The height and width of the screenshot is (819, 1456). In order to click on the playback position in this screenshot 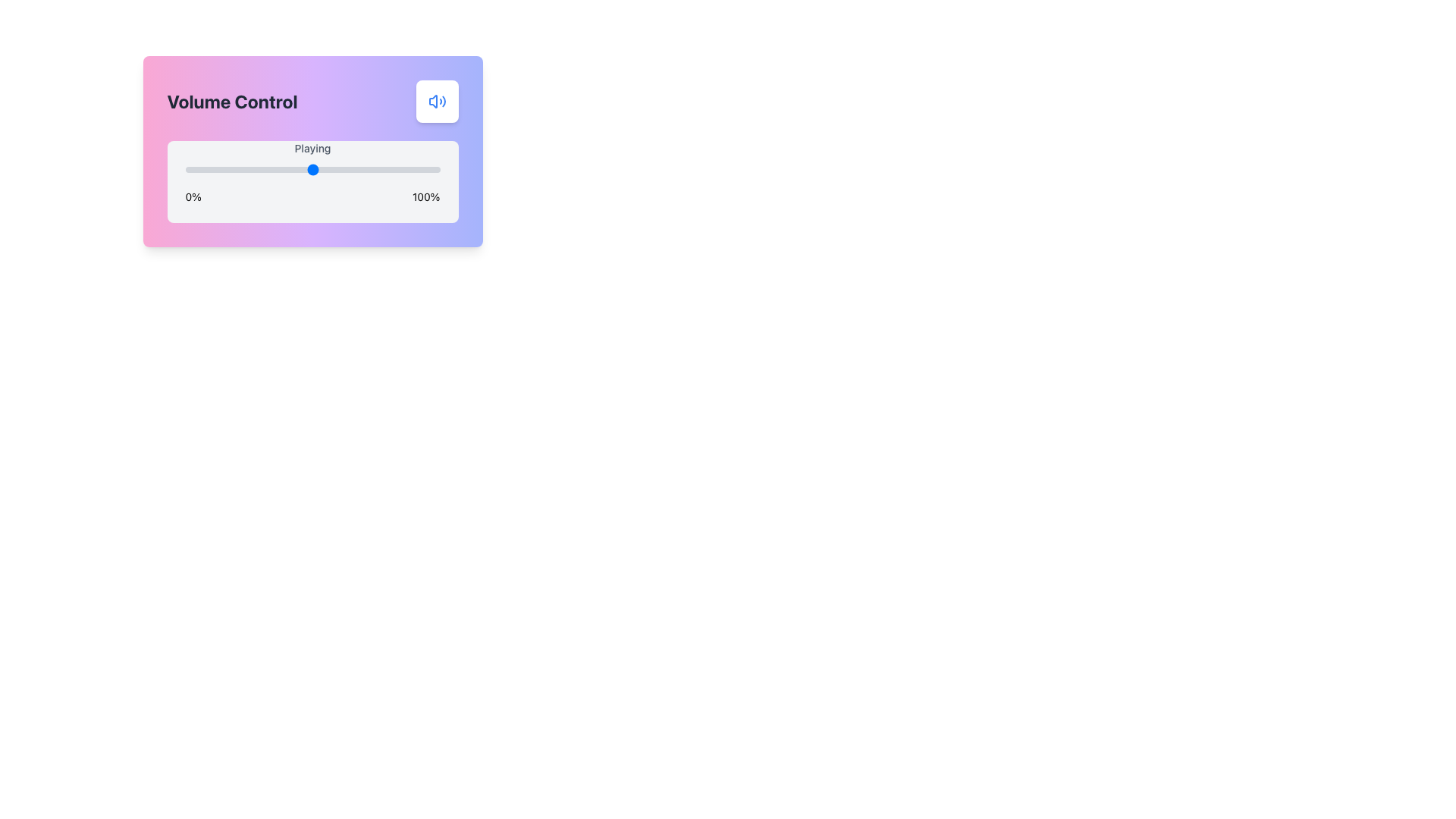, I will do `click(238, 169)`.